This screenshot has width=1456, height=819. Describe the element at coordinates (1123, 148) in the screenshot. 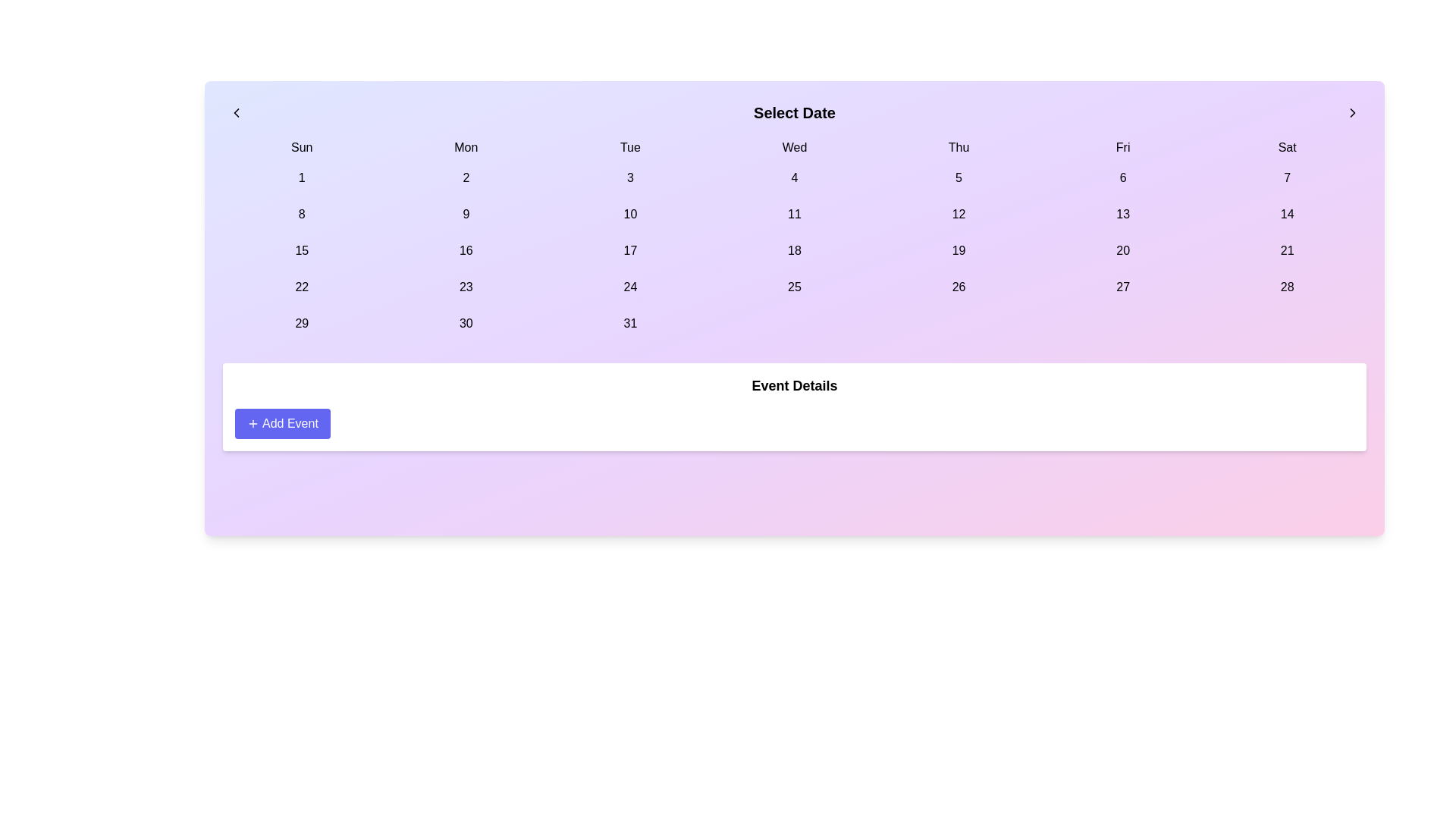

I see `the text label styled as 'Fri' in the sixth column of the grid layout representing Friday` at that location.